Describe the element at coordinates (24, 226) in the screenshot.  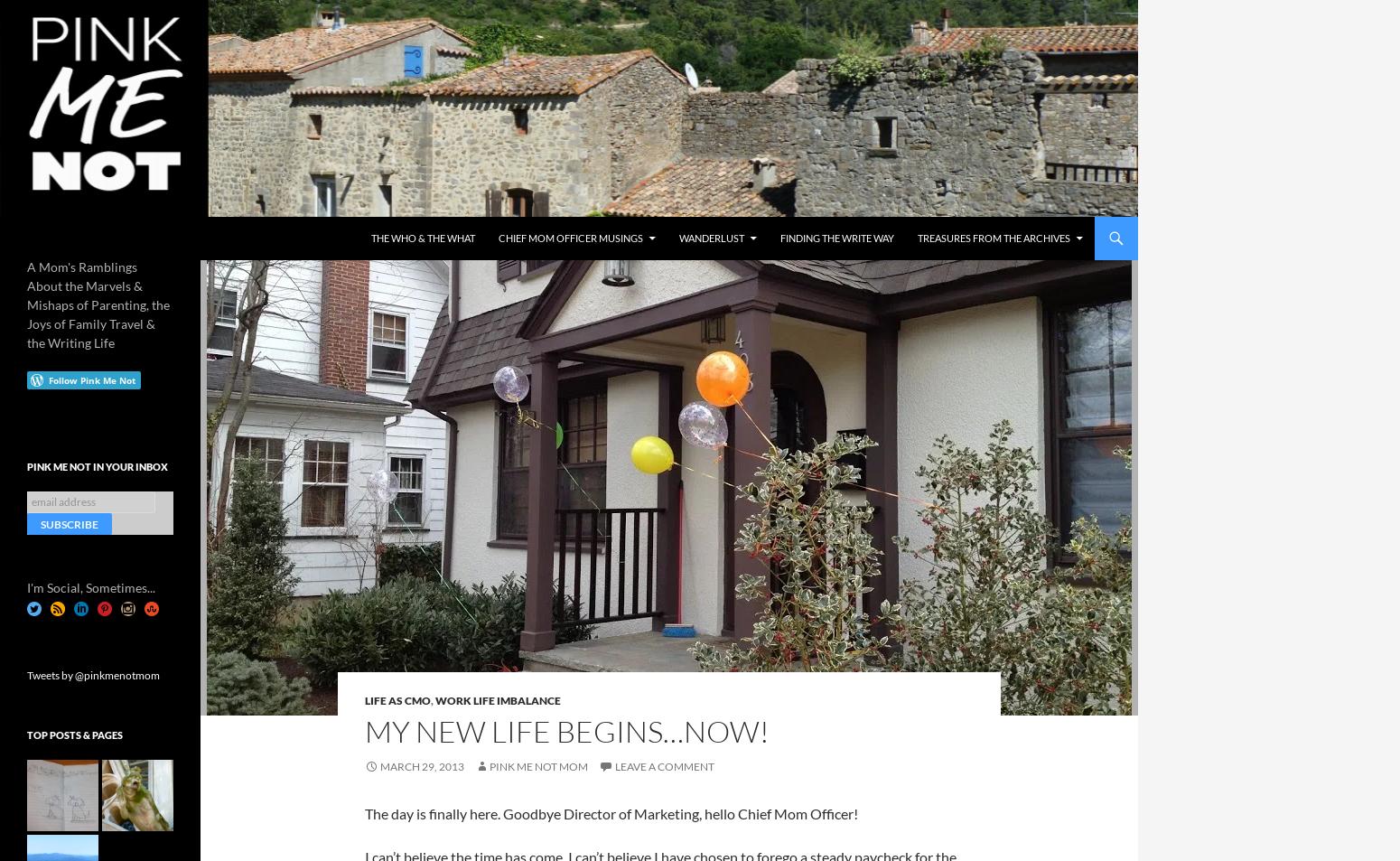
I see `'Search'` at that location.